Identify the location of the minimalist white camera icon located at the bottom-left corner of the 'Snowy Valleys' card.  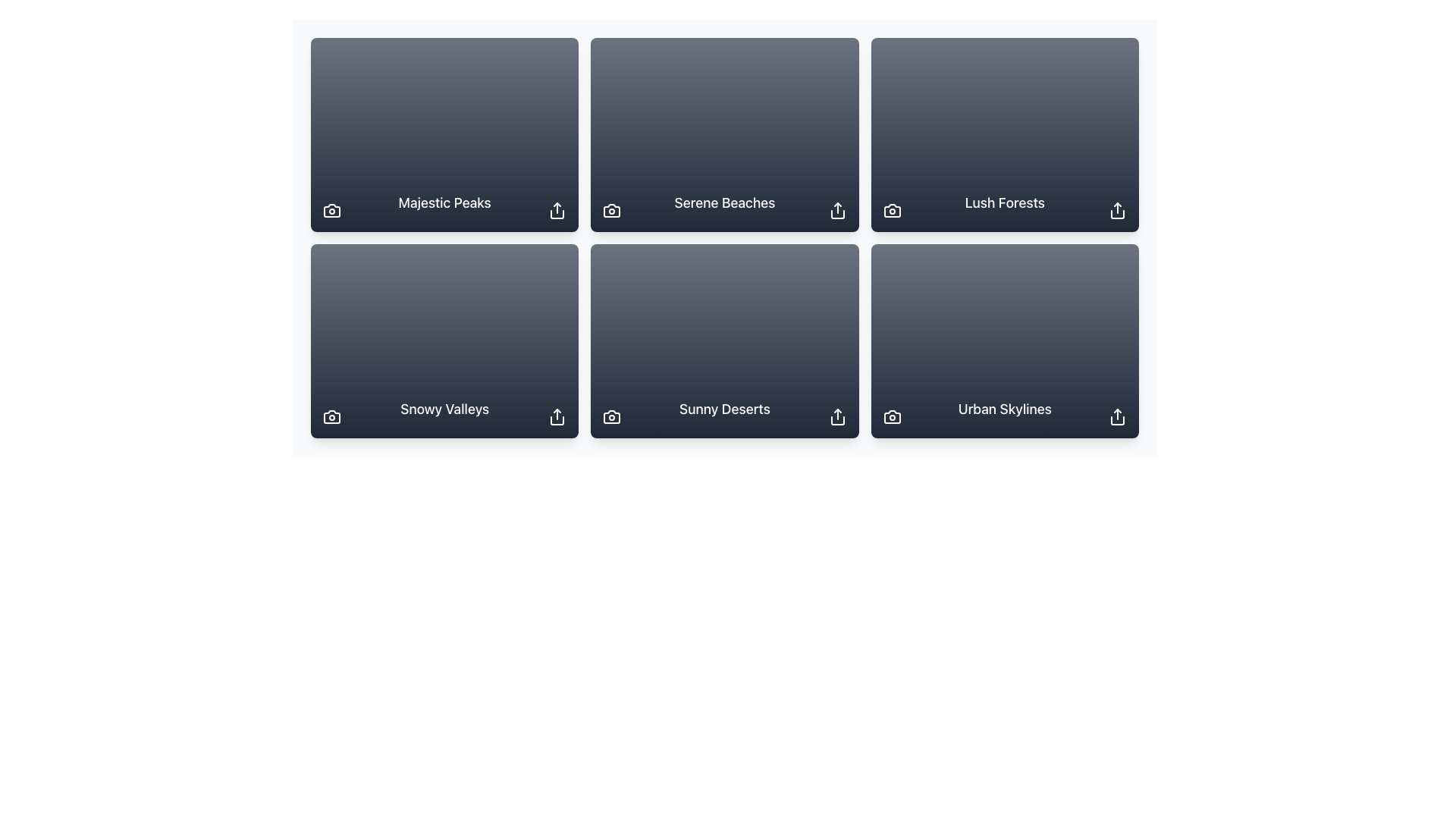
(331, 417).